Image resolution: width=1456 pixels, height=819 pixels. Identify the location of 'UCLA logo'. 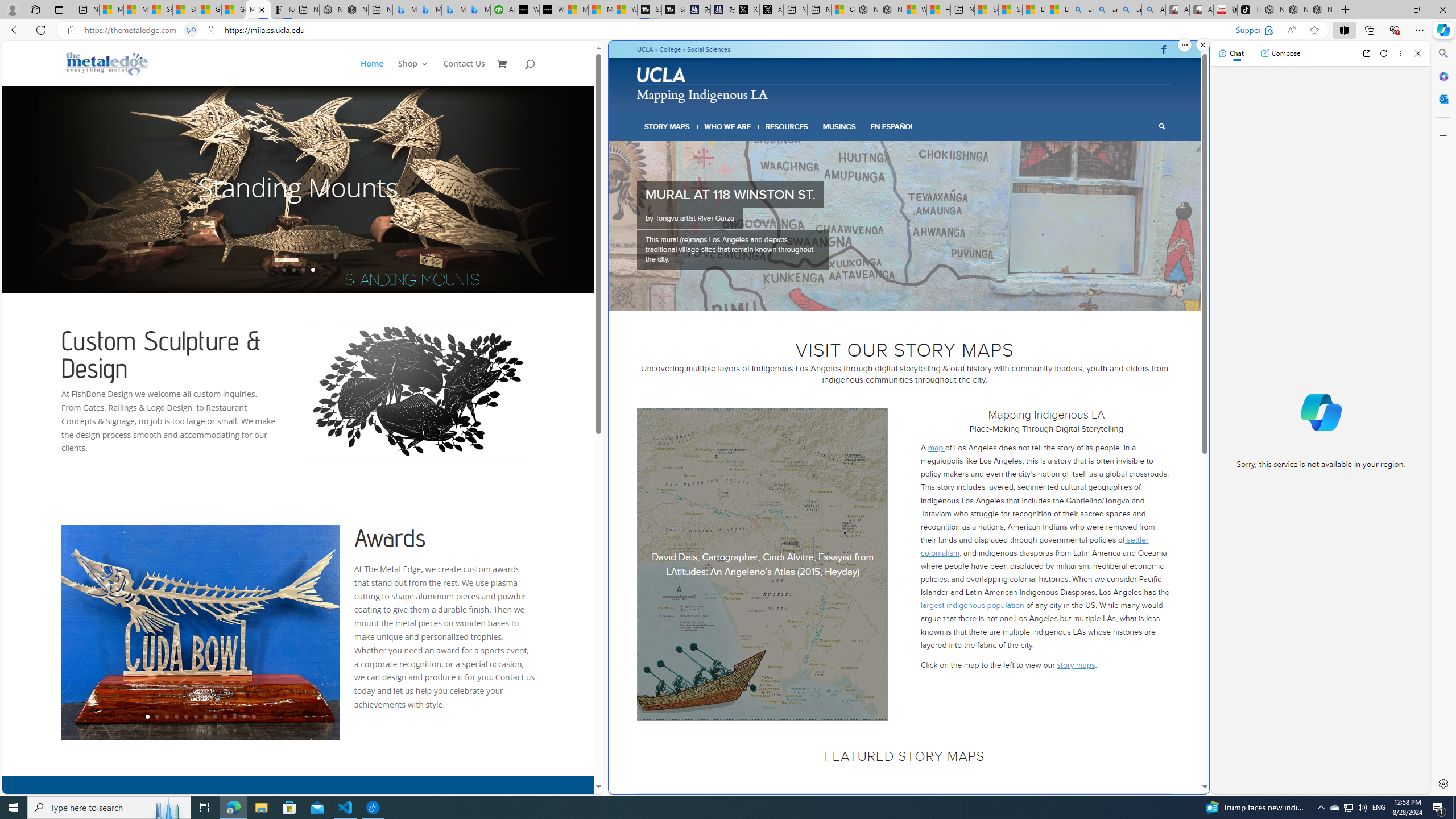
(661, 74).